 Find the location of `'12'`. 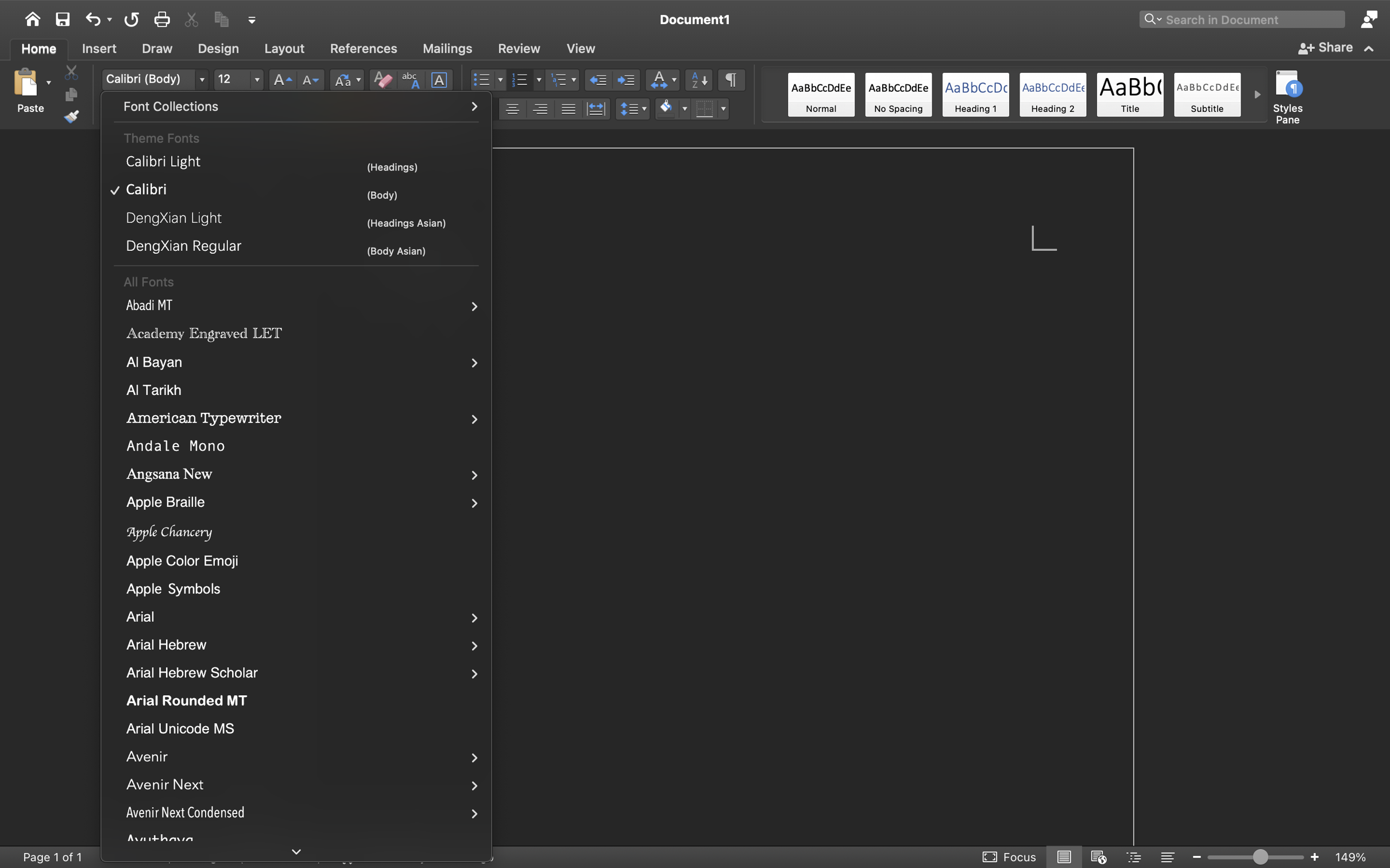

'12' is located at coordinates (238, 80).